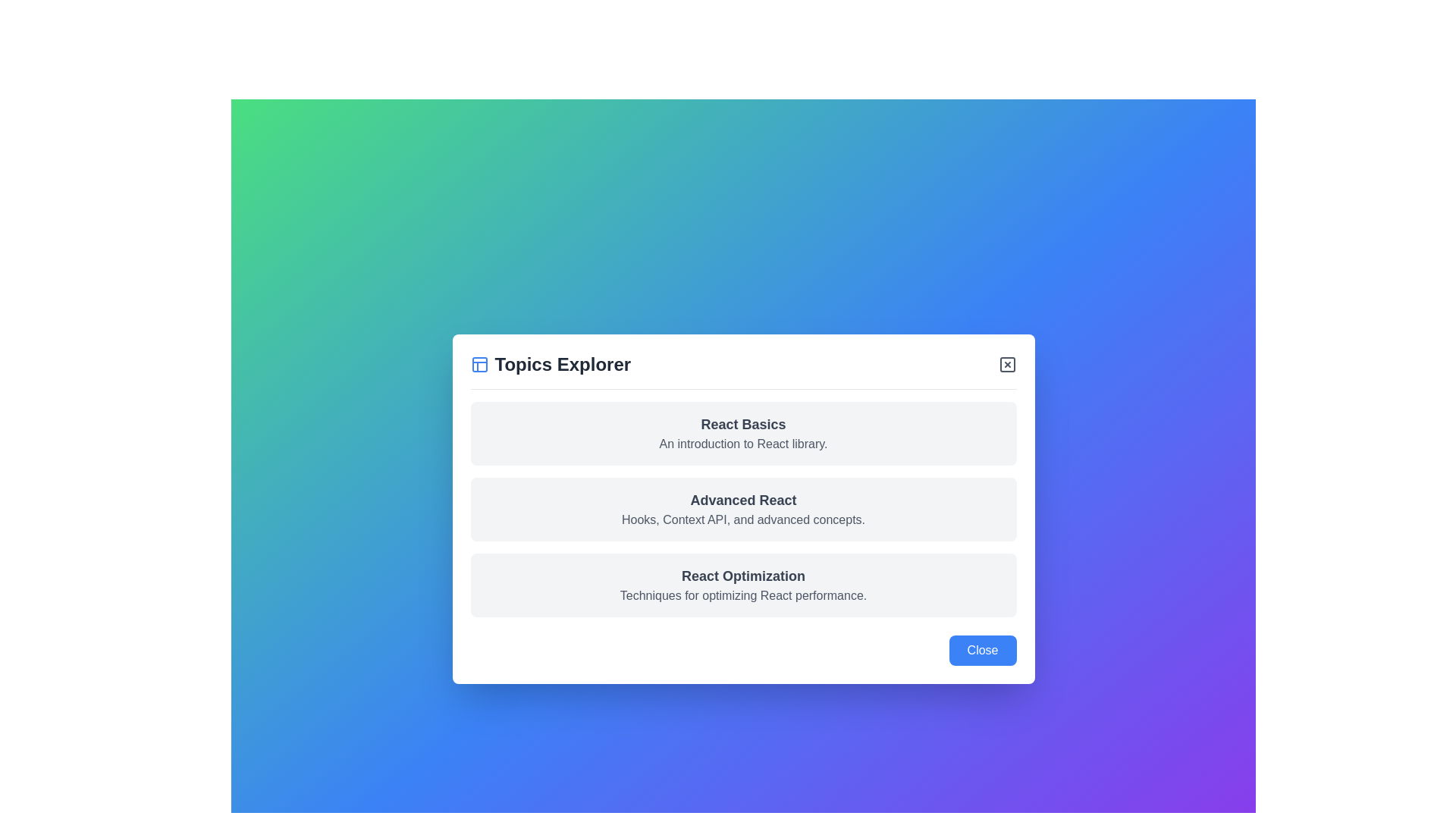 The height and width of the screenshot is (819, 1456). I want to click on the Informational card titled 'Advanced React' which is the second card in the Topics Explorer section, located below 'React Basics' and above 'React Optimization', so click(743, 509).